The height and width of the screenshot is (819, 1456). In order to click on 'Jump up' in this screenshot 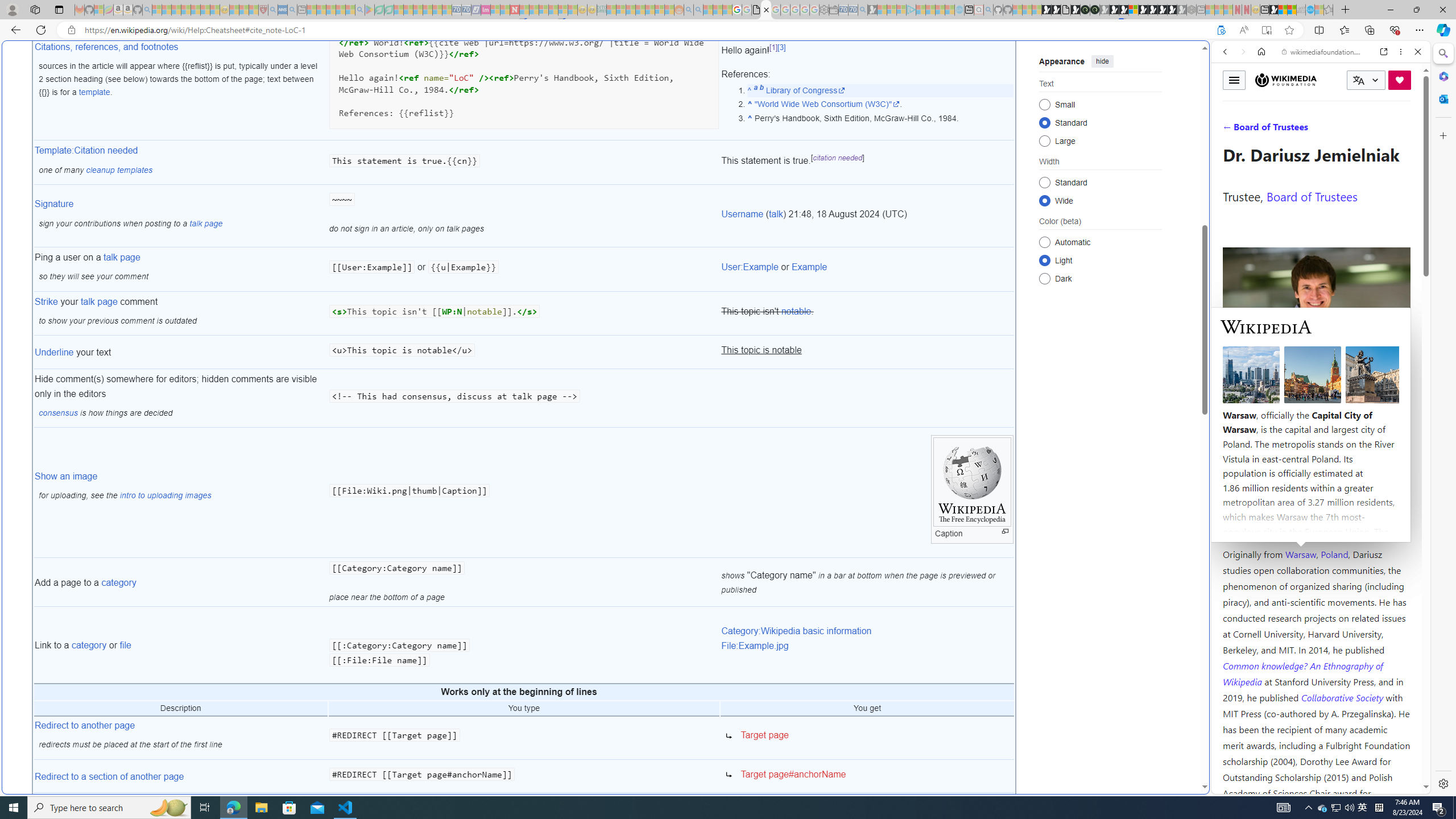, I will do `click(749, 117)`.